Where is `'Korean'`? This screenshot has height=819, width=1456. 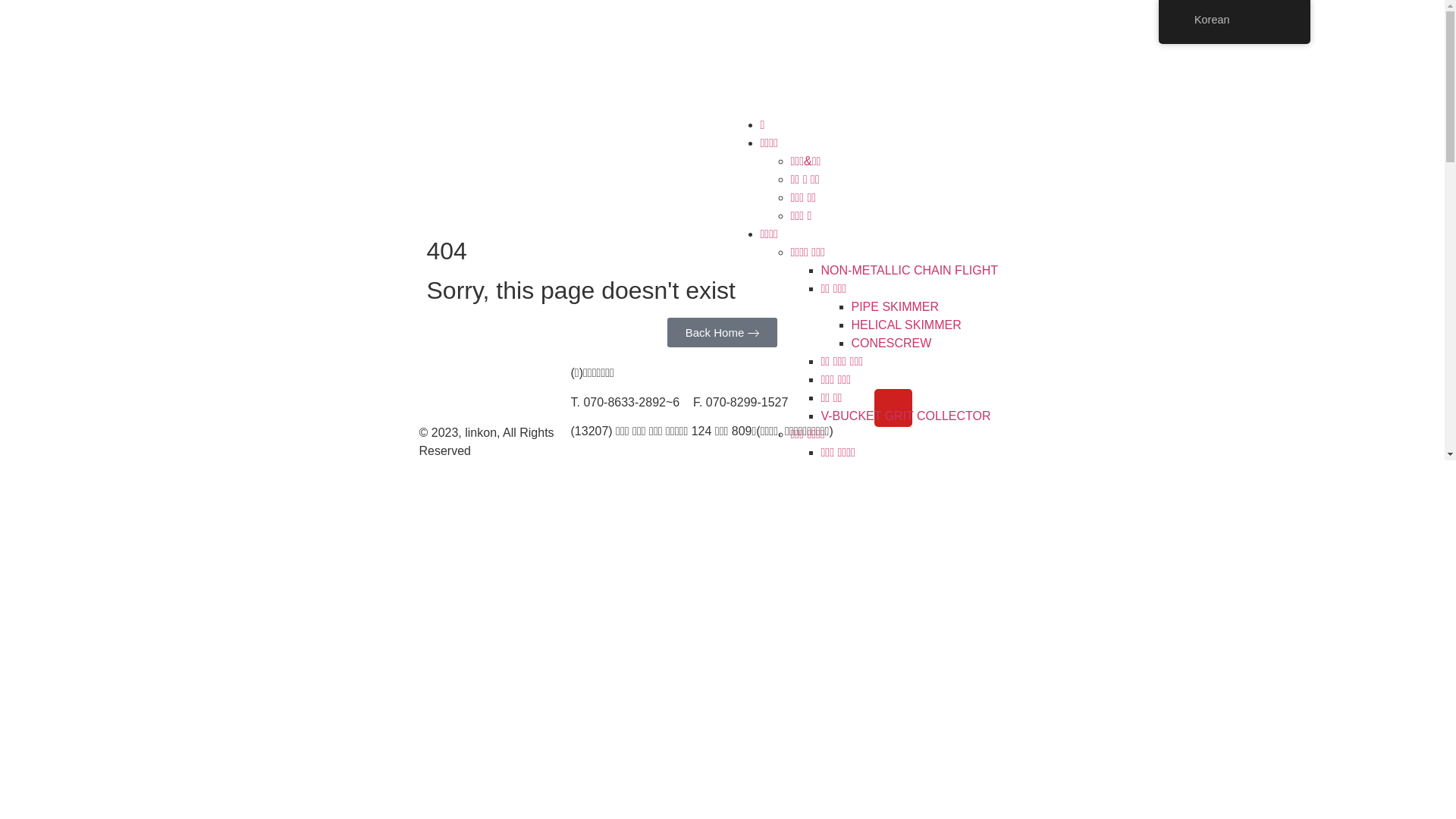
'Korean' is located at coordinates (1182, 20).